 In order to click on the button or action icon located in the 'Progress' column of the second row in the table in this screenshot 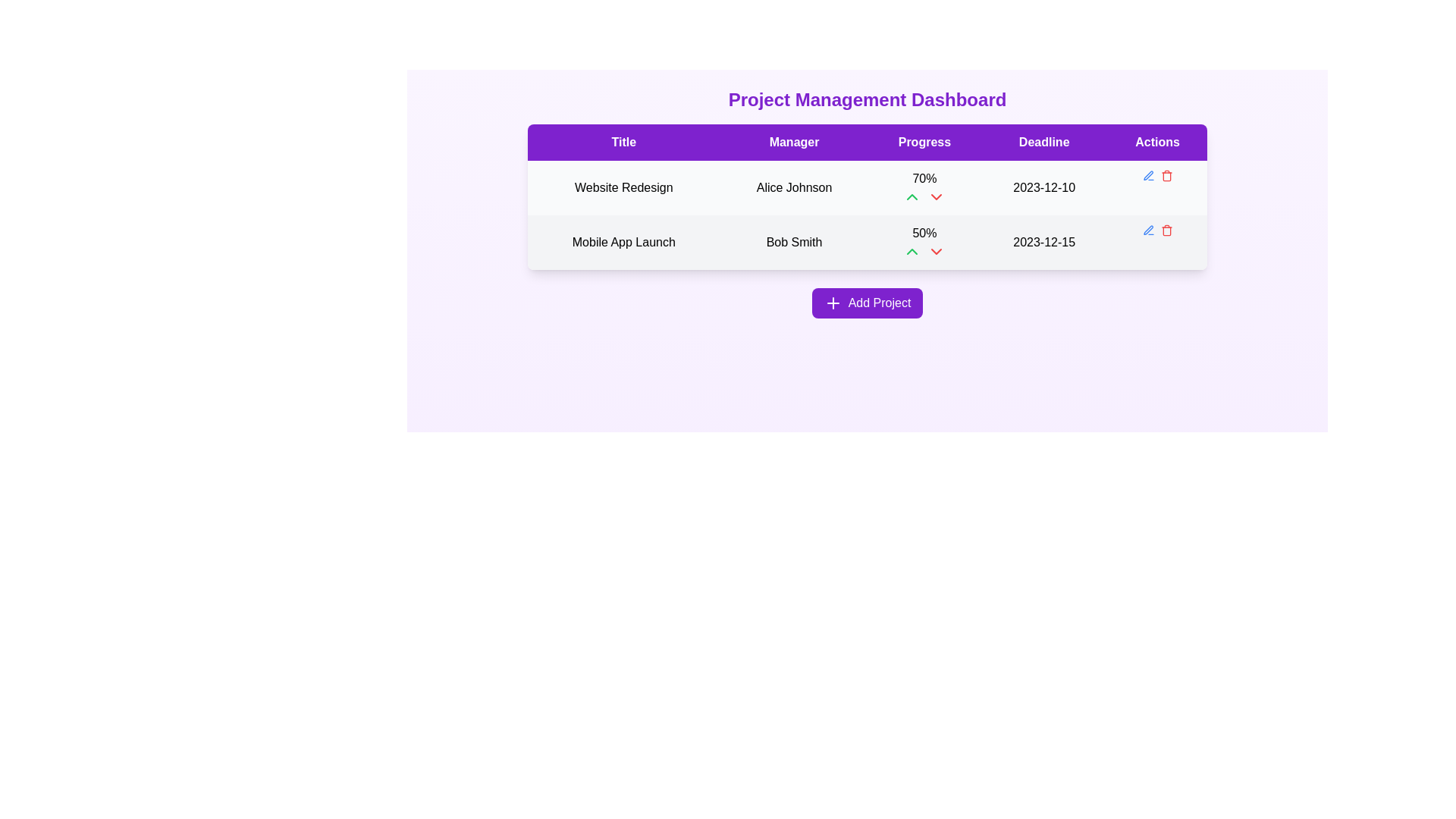, I will do `click(912, 250)`.